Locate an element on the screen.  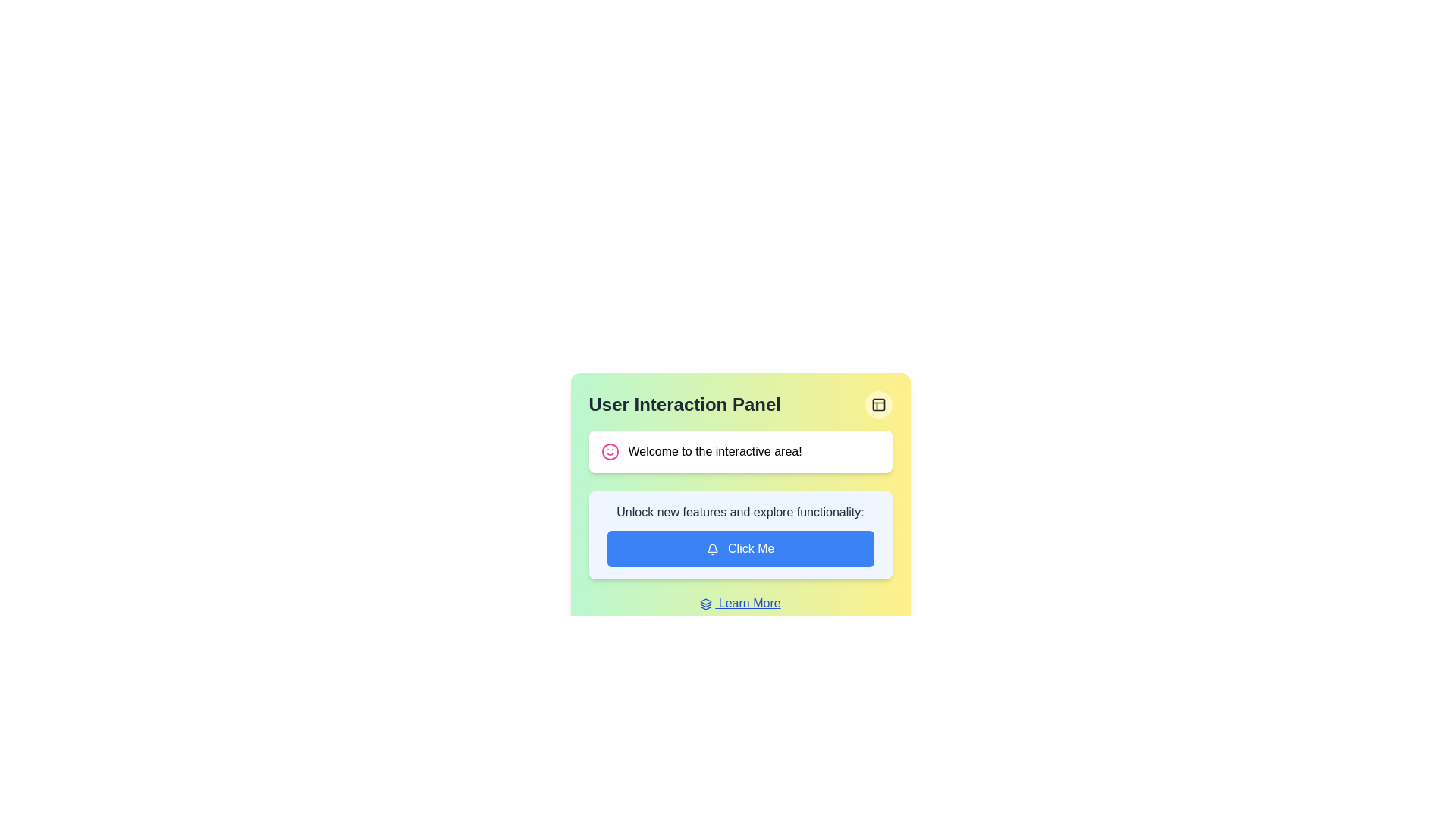
the button with an icon located at the top-right corner of the 'User Interaction Panel' section is located at coordinates (878, 403).